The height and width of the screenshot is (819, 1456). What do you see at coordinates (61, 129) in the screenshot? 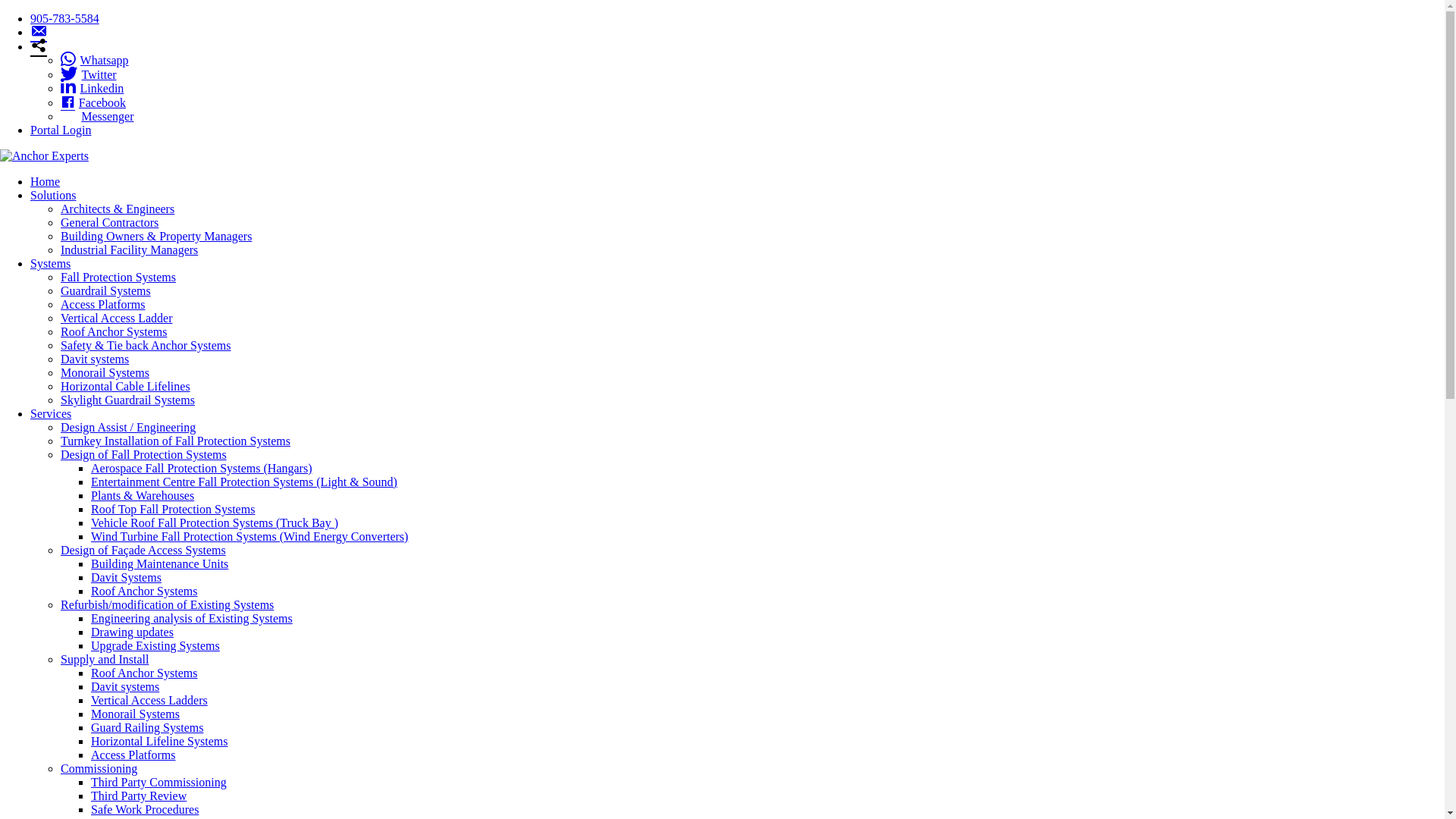
I see `'Portal Login'` at bounding box center [61, 129].